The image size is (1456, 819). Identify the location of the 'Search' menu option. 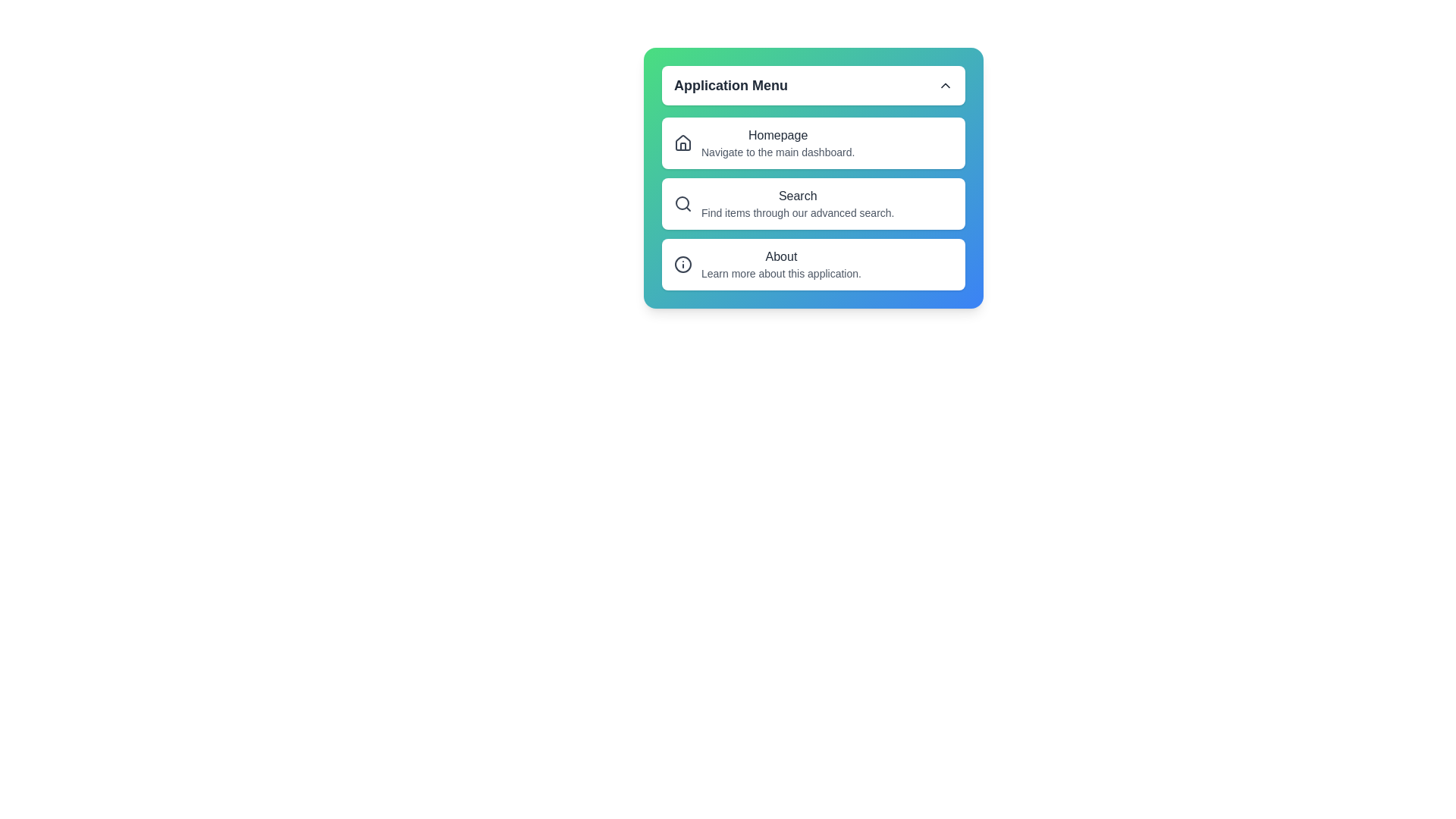
(813, 203).